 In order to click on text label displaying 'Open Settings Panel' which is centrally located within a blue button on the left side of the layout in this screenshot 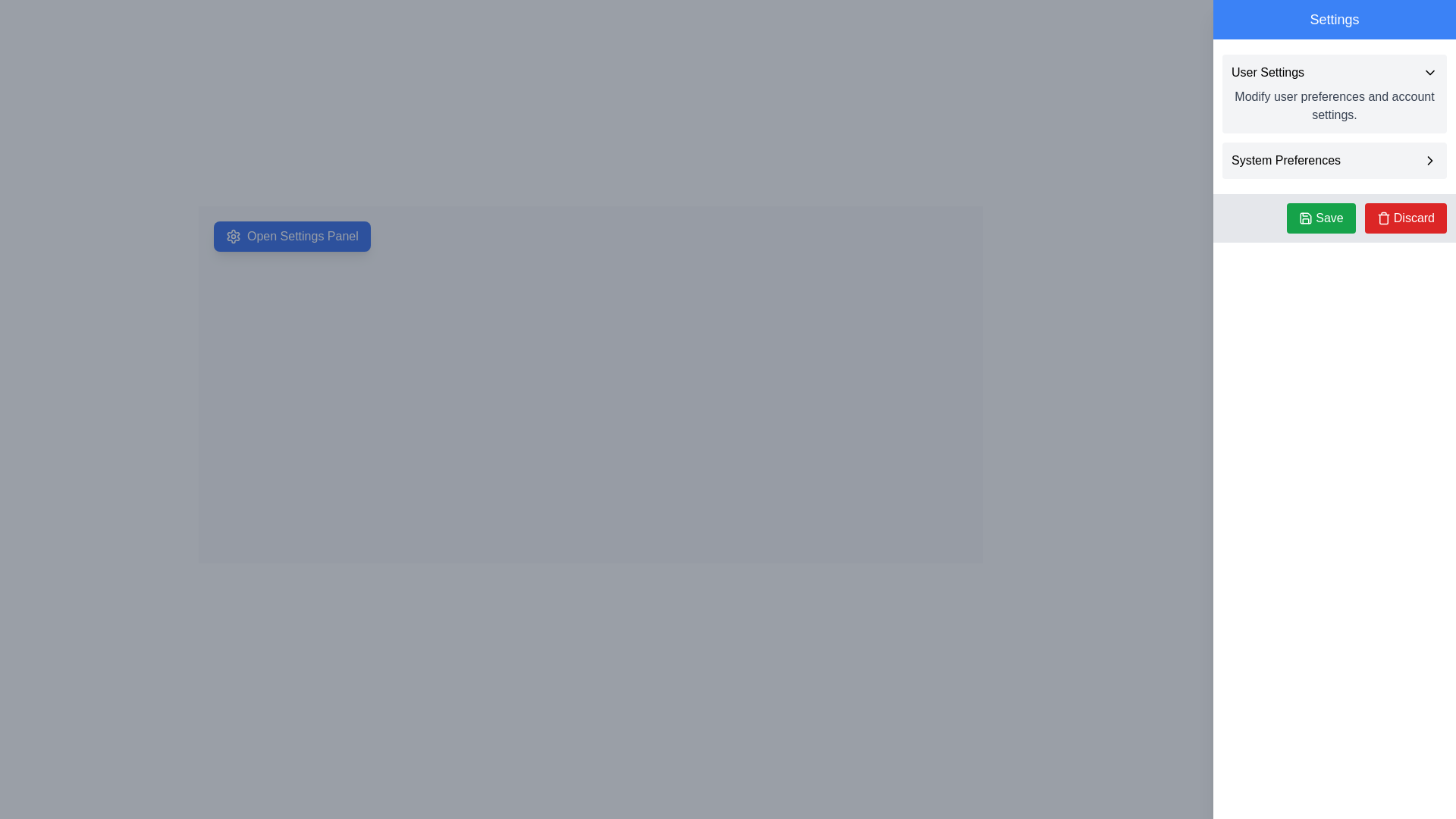, I will do `click(303, 237)`.